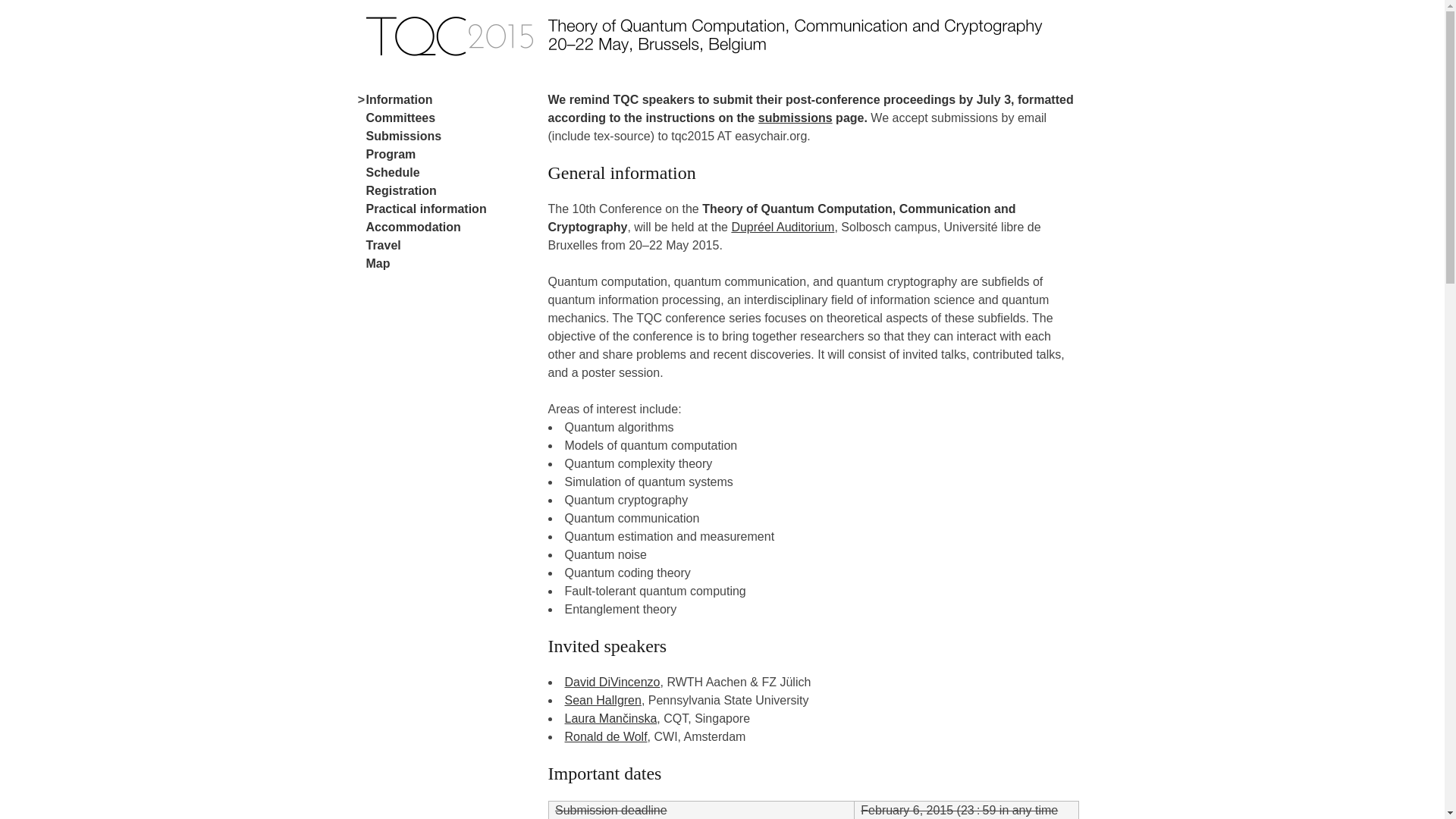  I want to click on 'Ronald de Wolf', so click(604, 736).